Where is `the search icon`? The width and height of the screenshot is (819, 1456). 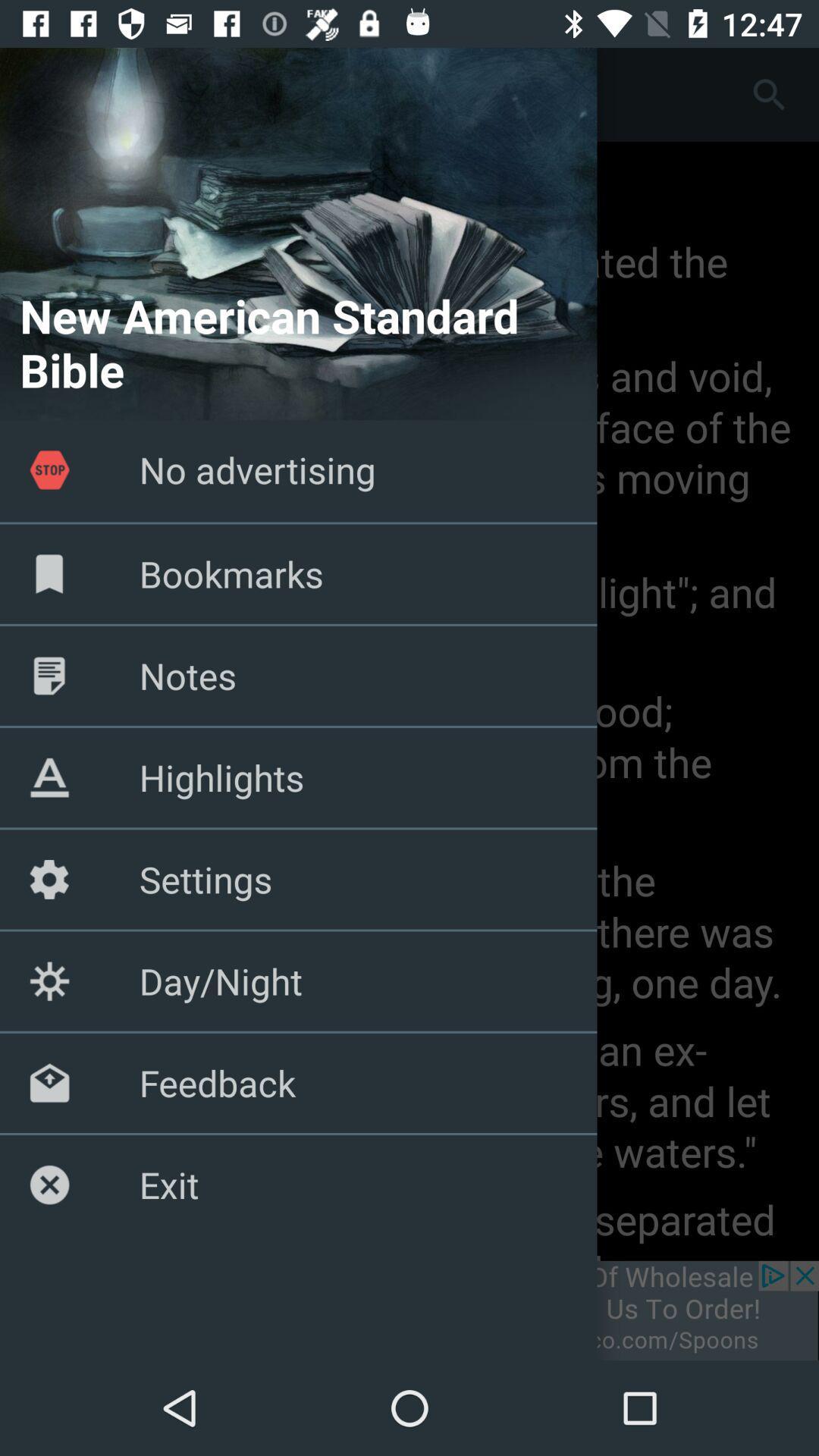 the search icon is located at coordinates (769, 93).